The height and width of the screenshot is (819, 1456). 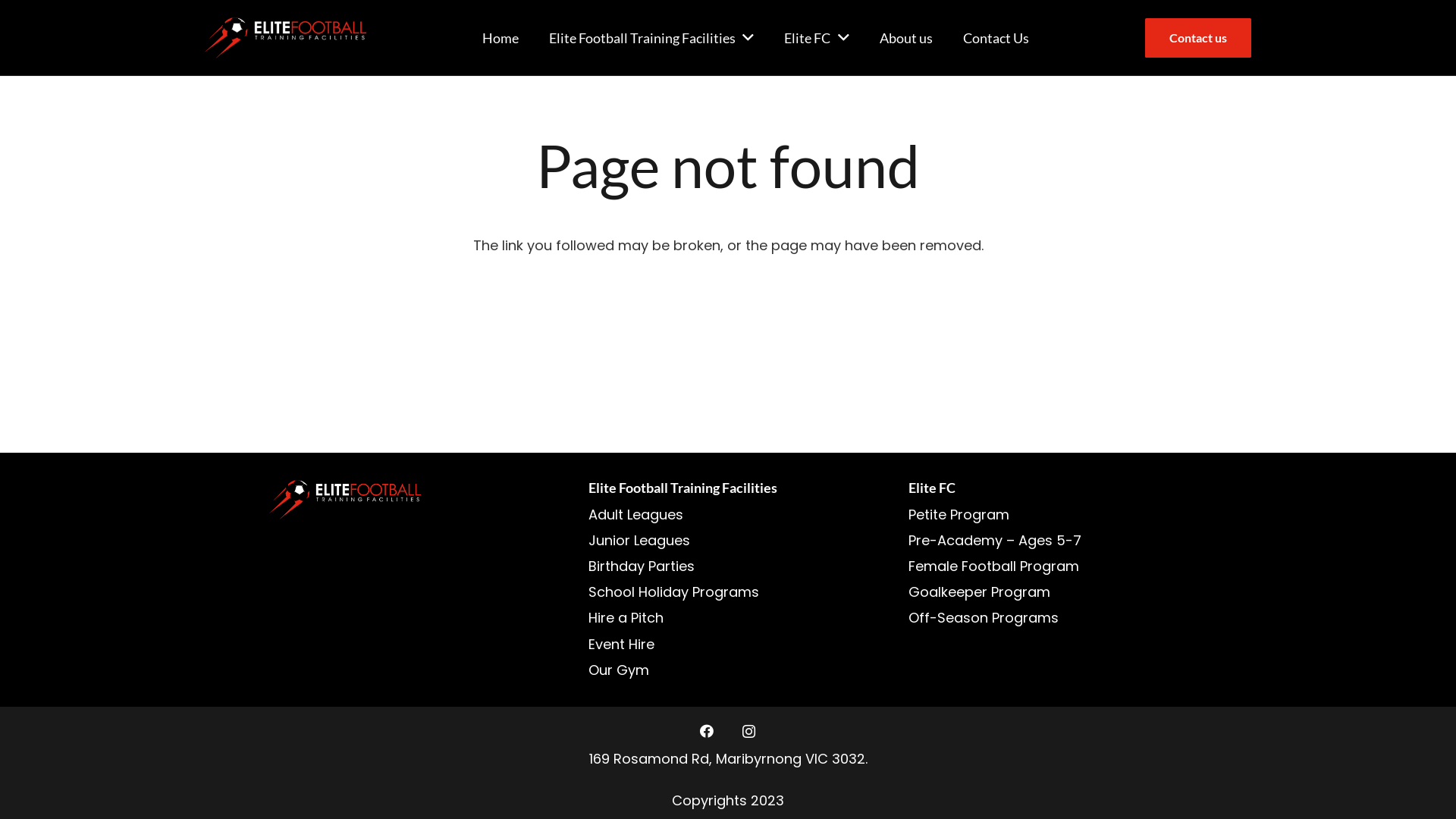 What do you see at coordinates (706, 730) in the screenshot?
I see `'Facebook'` at bounding box center [706, 730].